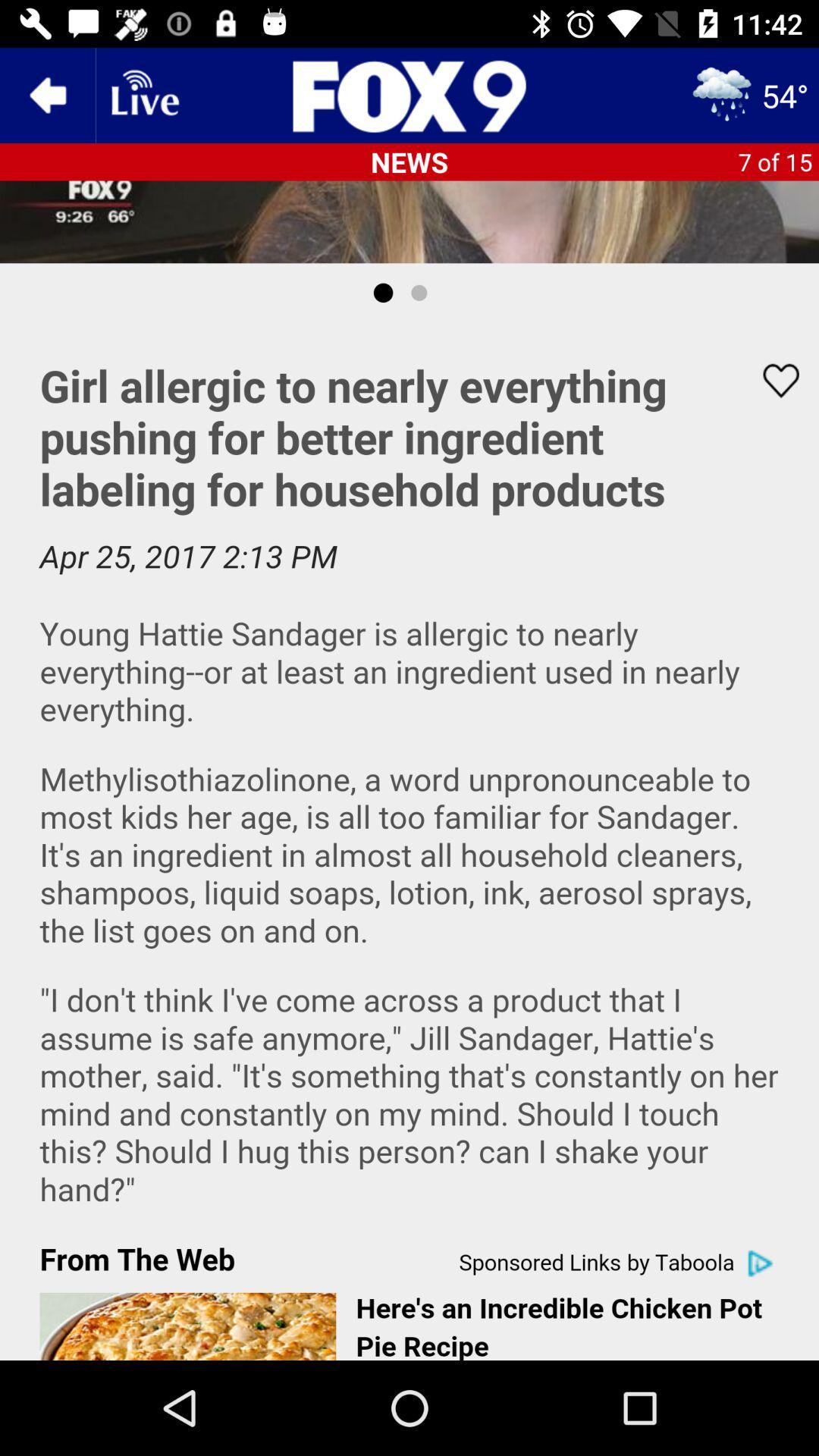 This screenshot has width=819, height=1456. I want to click on previous page, so click(46, 94).